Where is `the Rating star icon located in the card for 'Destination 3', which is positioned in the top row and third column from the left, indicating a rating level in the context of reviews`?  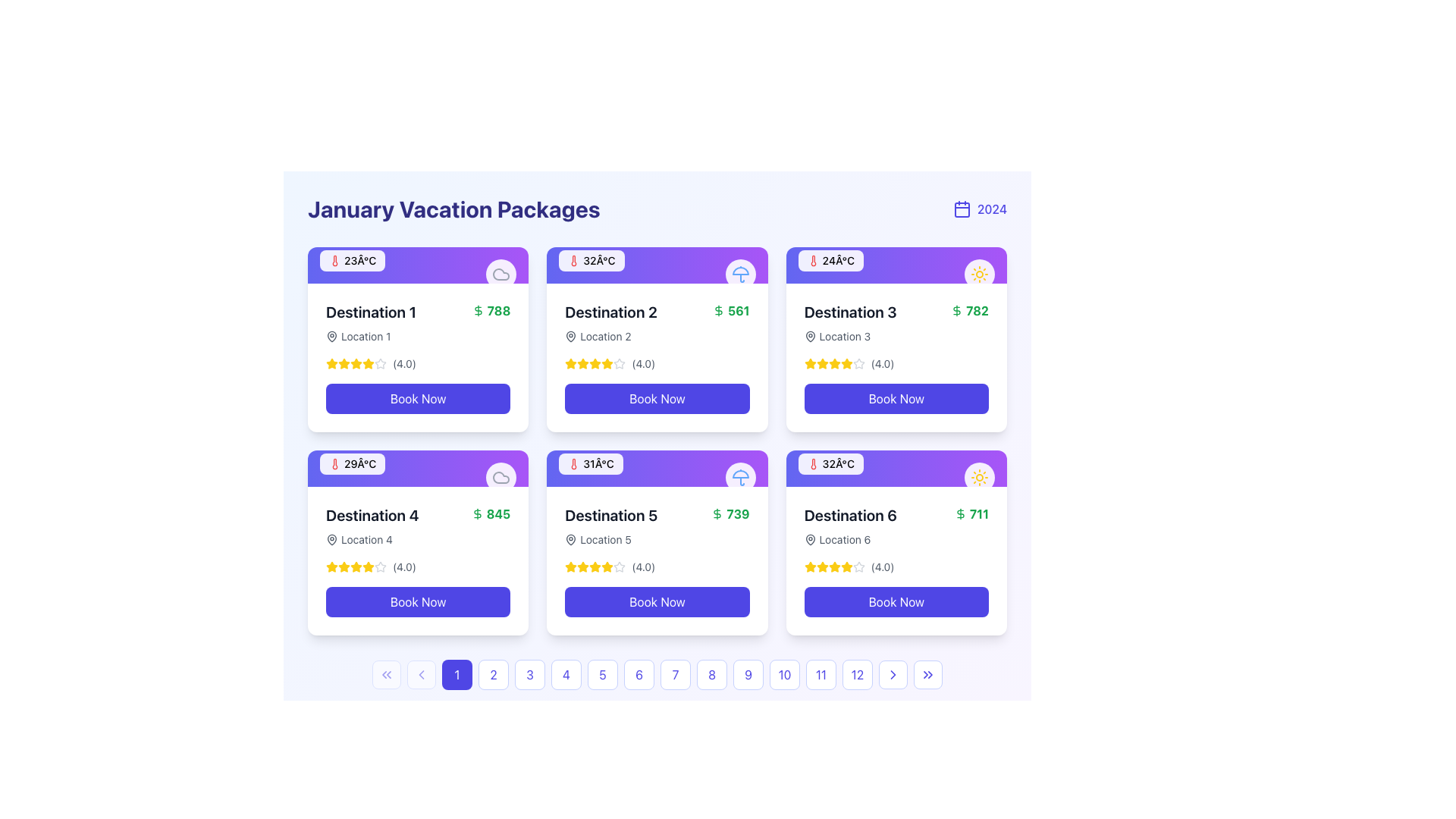 the Rating star icon located in the card for 'Destination 3', which is positioned in the top row and third column from the left, indicating a rating level in the context of reviews is located at coordinates (821, 363).